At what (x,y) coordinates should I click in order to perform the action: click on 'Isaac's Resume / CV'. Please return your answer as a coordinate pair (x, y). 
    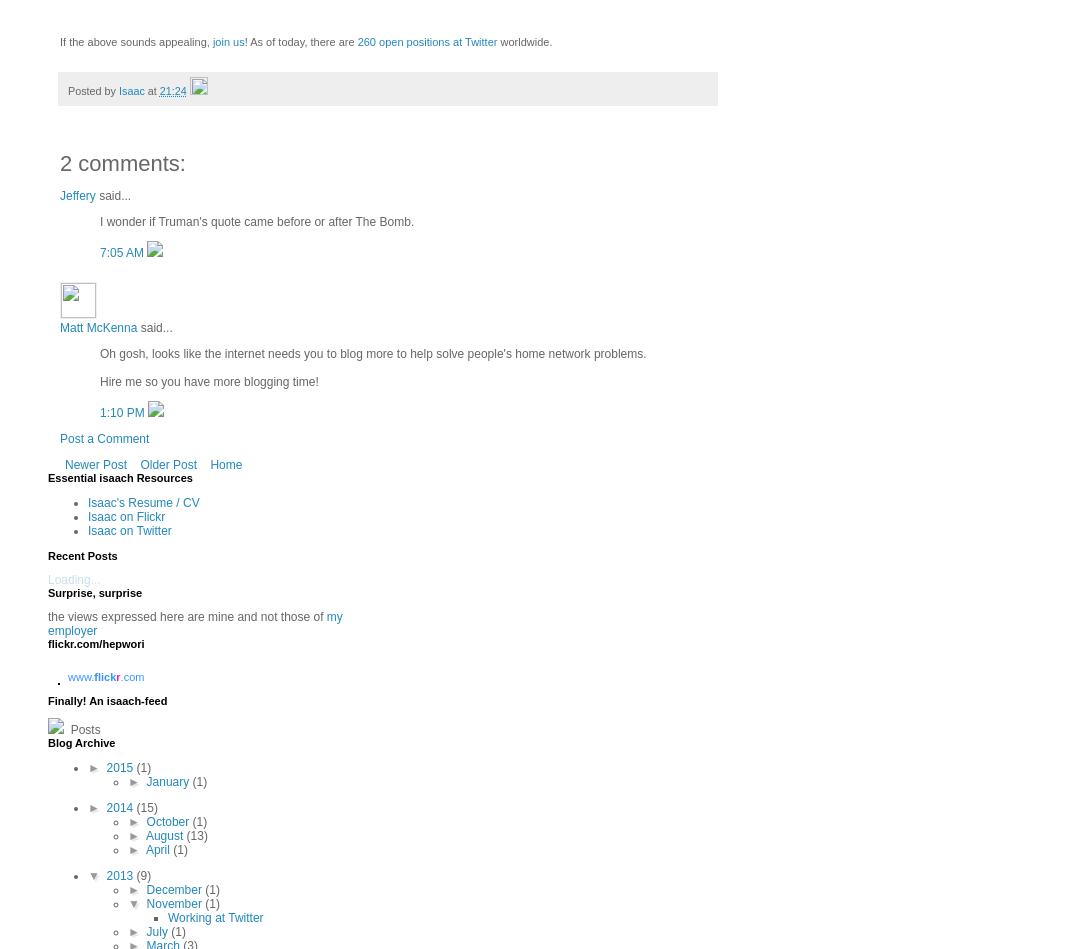
    Looking at the image, I should click on (143, 501).